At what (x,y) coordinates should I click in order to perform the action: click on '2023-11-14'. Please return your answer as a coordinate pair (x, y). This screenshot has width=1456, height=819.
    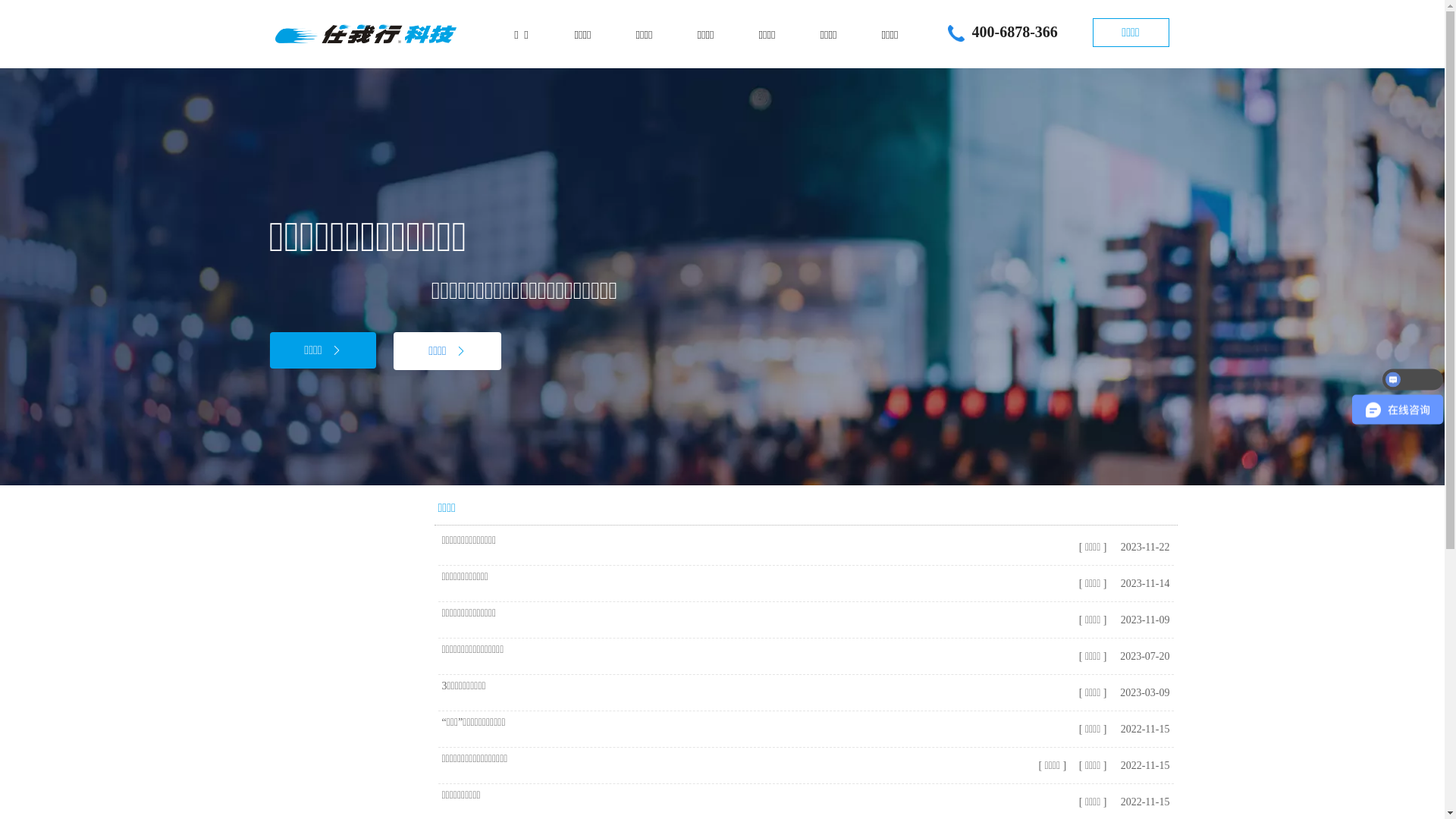
    Looking at the image, I should click on (1143, 582).